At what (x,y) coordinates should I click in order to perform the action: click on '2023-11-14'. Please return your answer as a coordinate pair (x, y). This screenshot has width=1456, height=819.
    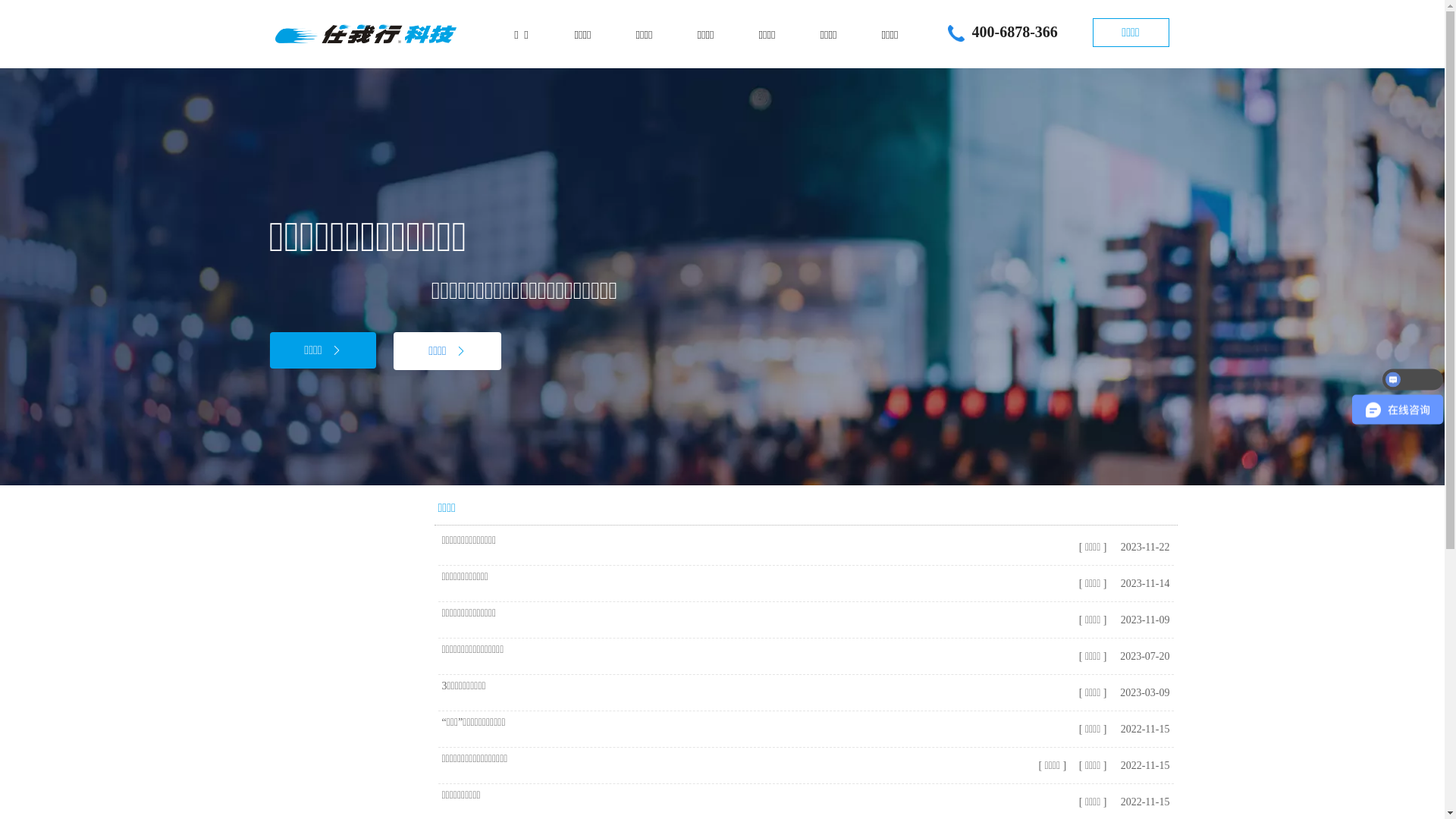
    Looking at the image, I should click on (1143, 582).